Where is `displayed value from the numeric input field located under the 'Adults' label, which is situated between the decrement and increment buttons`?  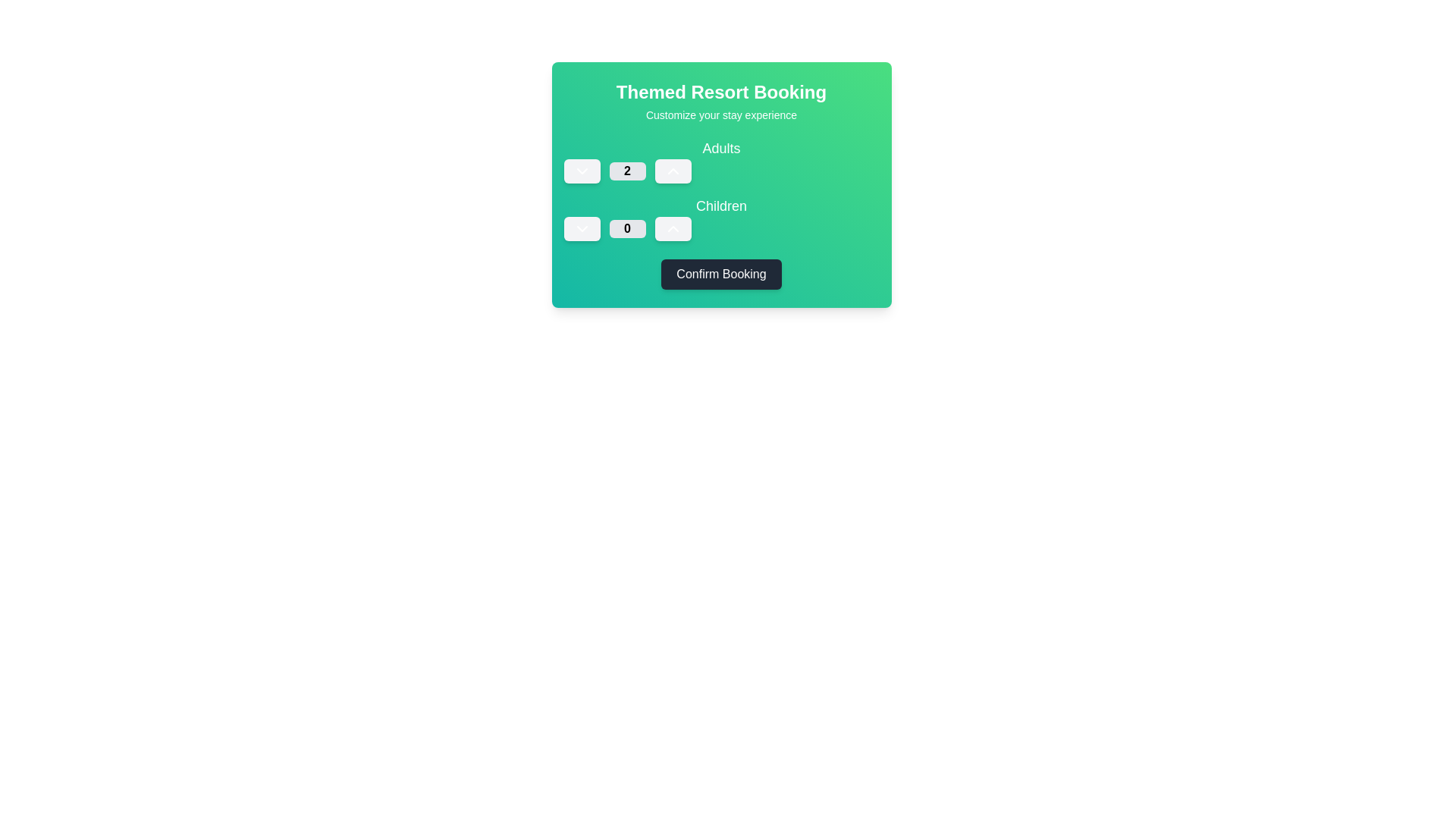 displayed value from the numeric input field located under the 'Adults' label, which is situated between the decrement and increment buttons is located at coordinates (627, 171).